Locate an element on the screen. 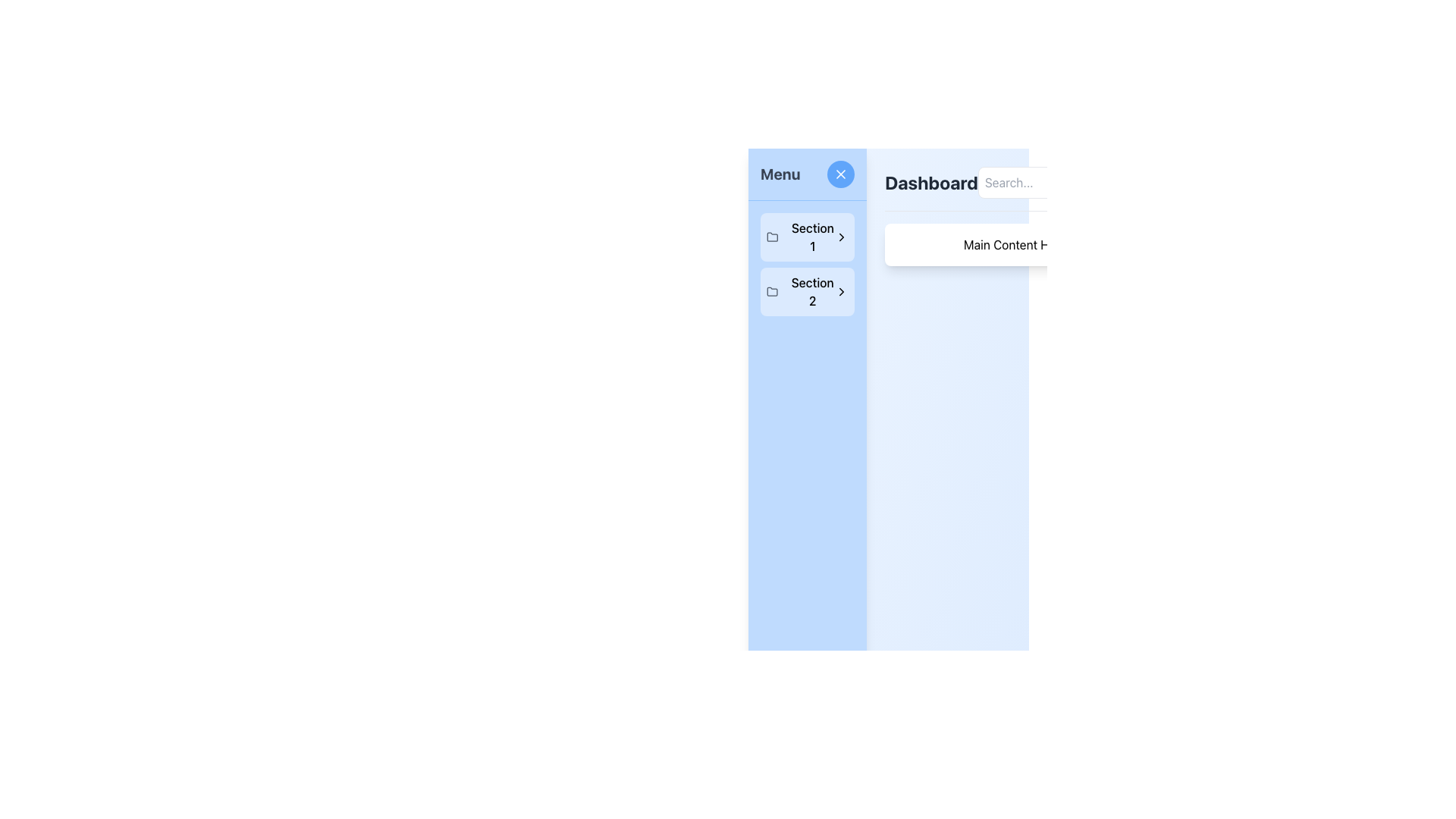 Image resolution: width=1456 pixels, height=819 pixels. the small SVG 'X' icon located within the circular blue button is located at coordinates (840, 174).